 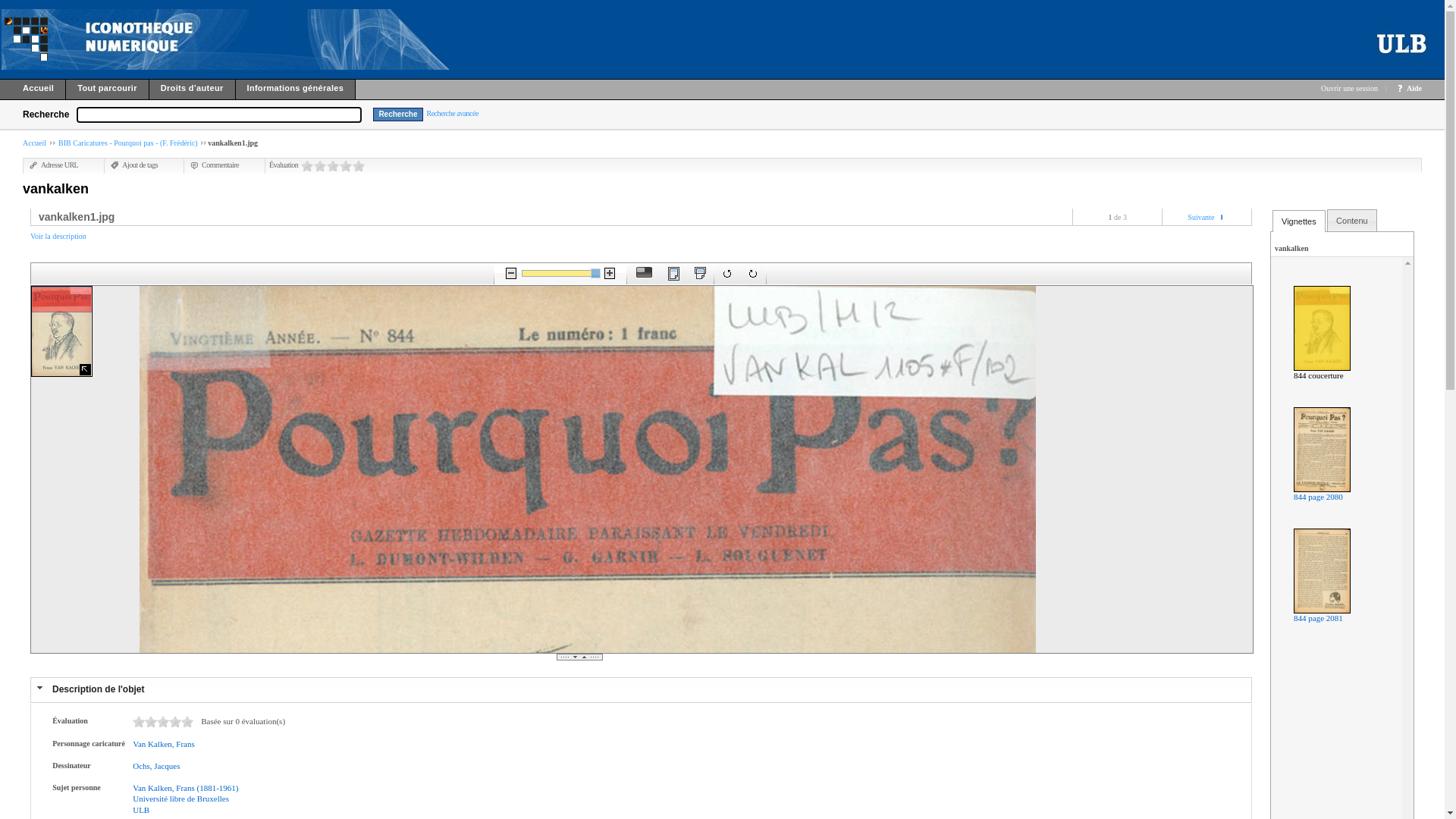 I want to click on 'Pivoter vers la gauche', so click(x=726, y=274).